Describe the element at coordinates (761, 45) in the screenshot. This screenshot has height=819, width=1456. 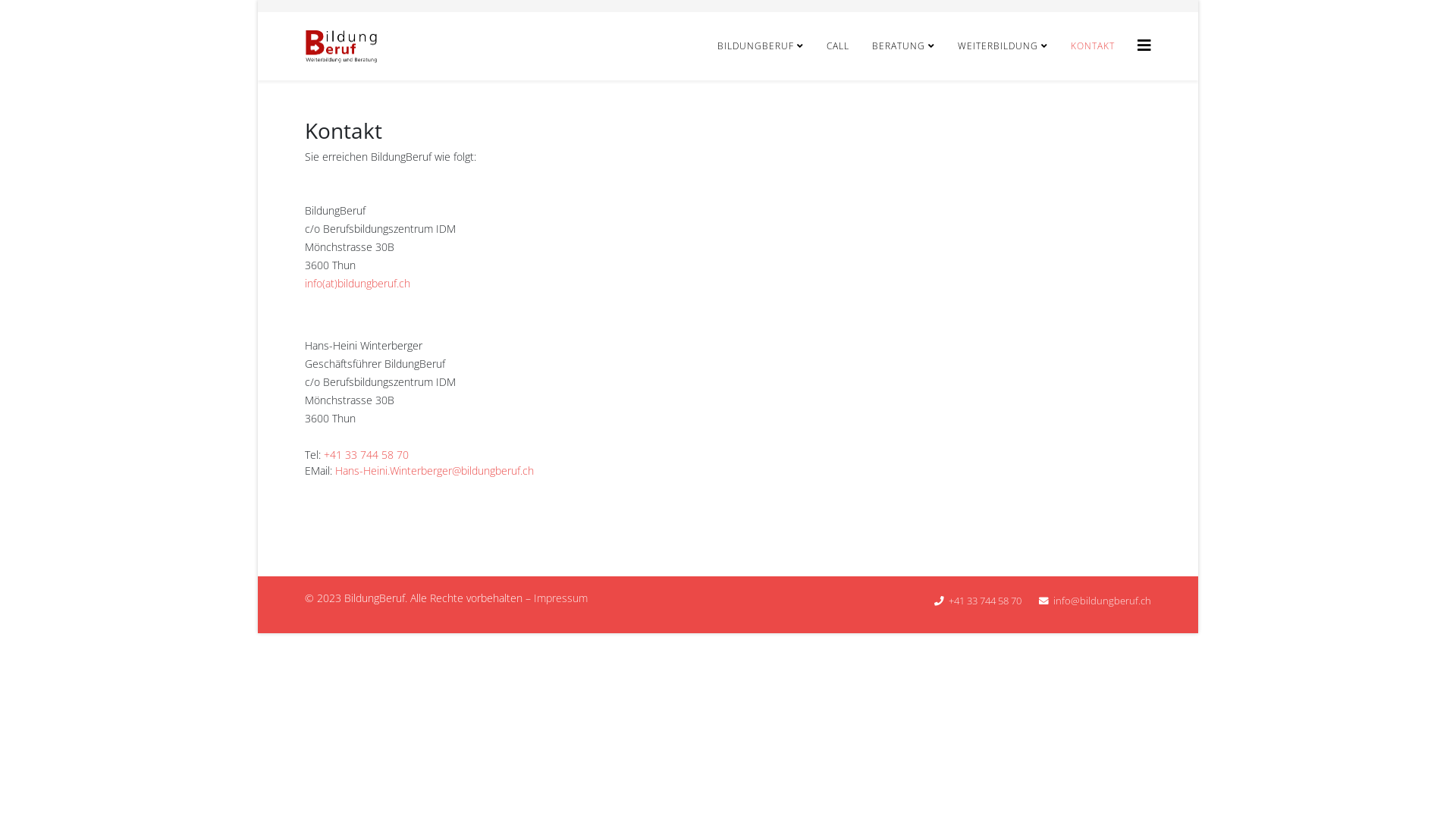
I see `'BILDUNGBERUF'` at that location.